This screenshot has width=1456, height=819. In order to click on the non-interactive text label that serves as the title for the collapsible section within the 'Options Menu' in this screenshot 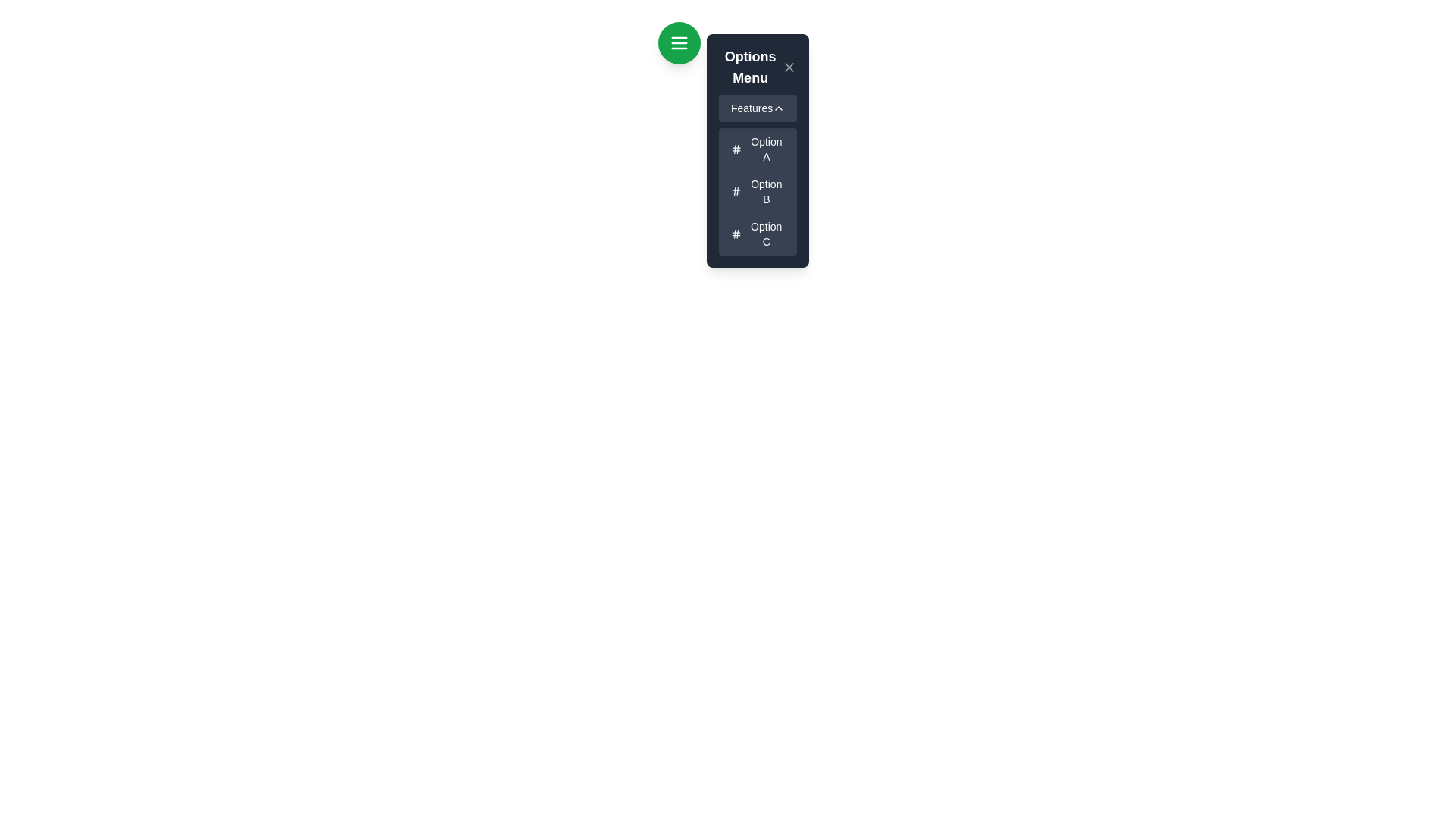, I will do `click(752, 107)`.